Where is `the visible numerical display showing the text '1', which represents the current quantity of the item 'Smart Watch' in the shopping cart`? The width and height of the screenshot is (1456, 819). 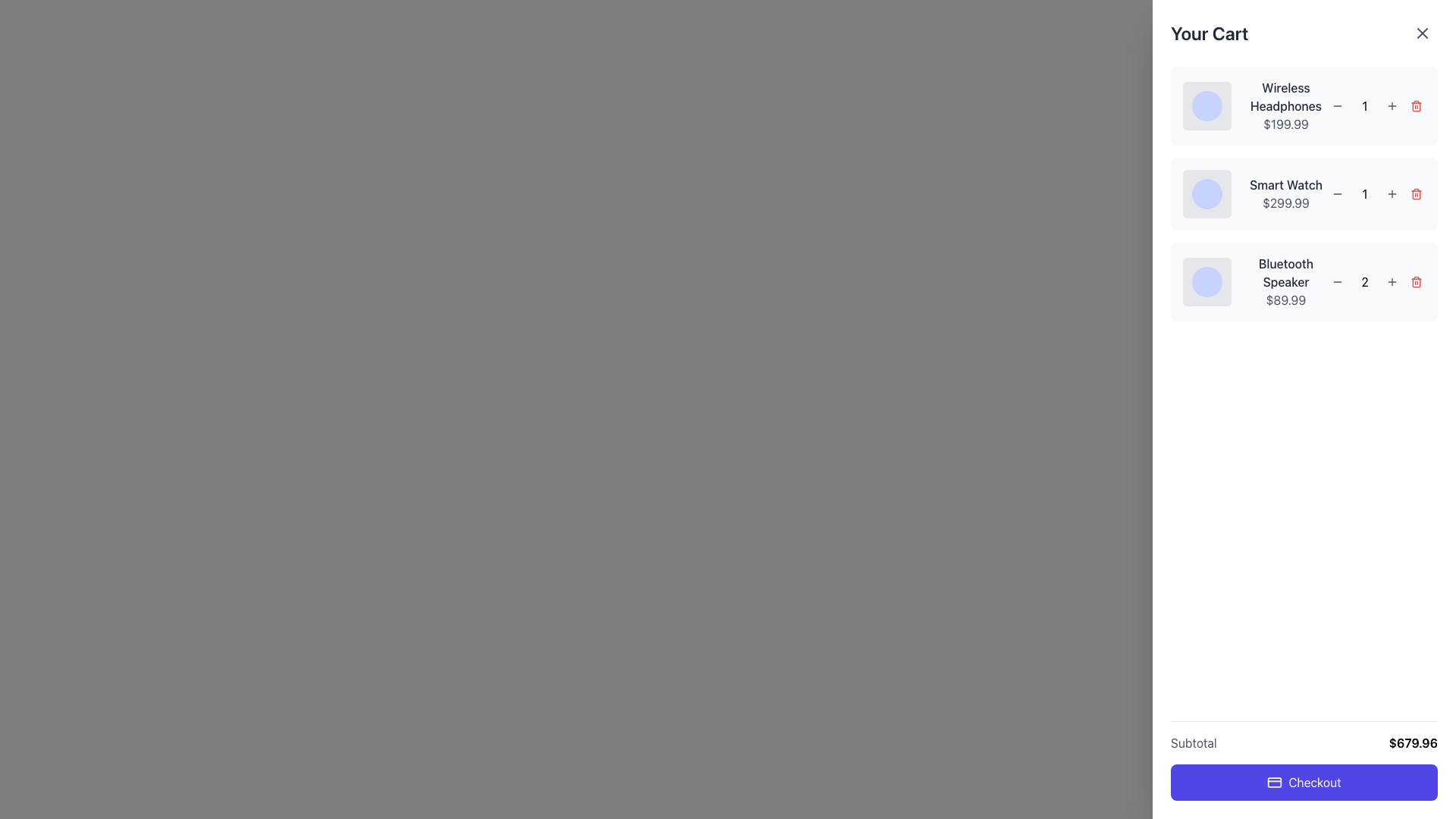
the visible numerical display showing the text '1', which represents the current quantity of the item 'Smart Watch' in the shopping cart is located at coordinates (1365, 193).